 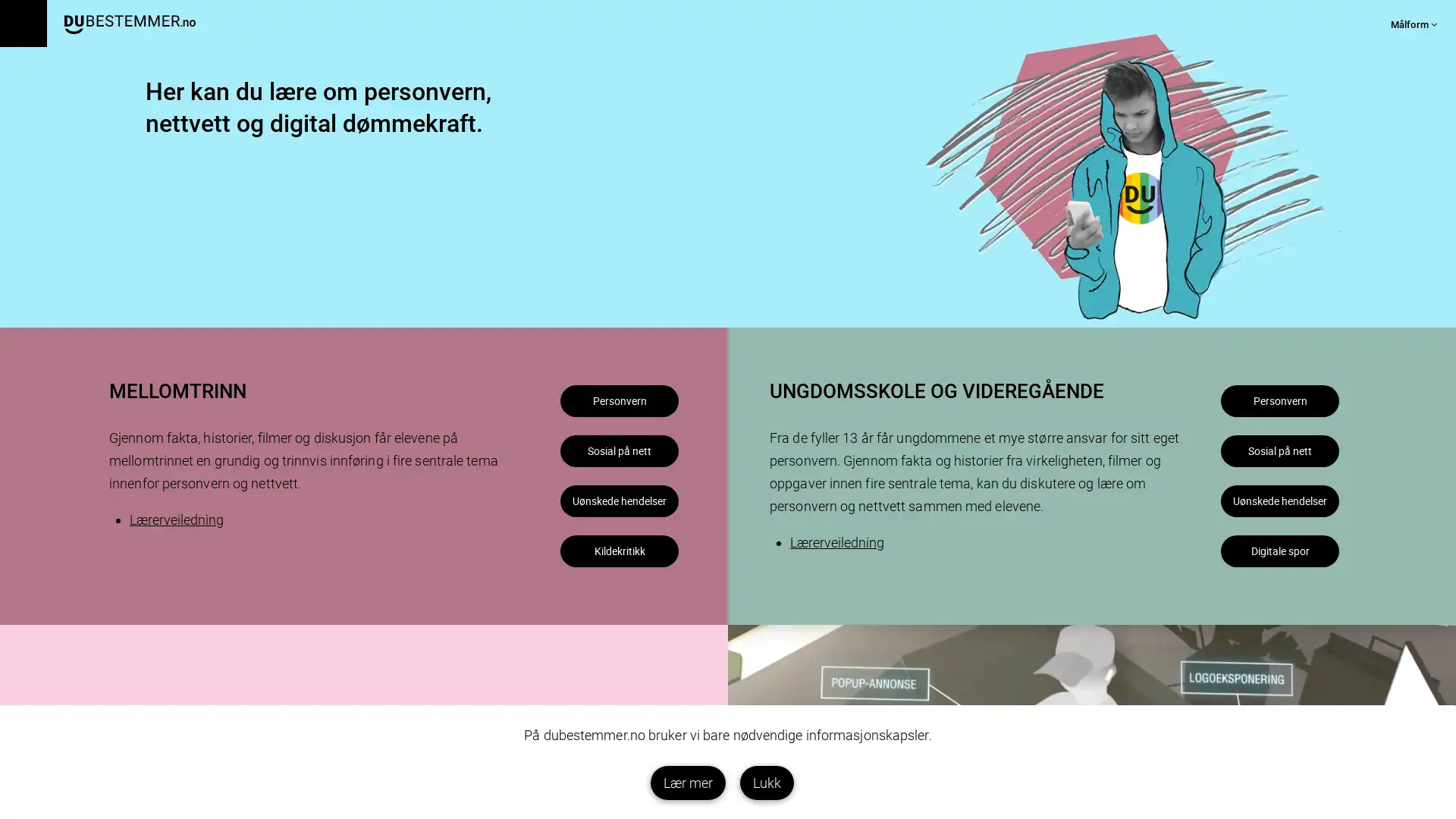 I want to click on Sosial pa nett, so click(x=1227, y=491).